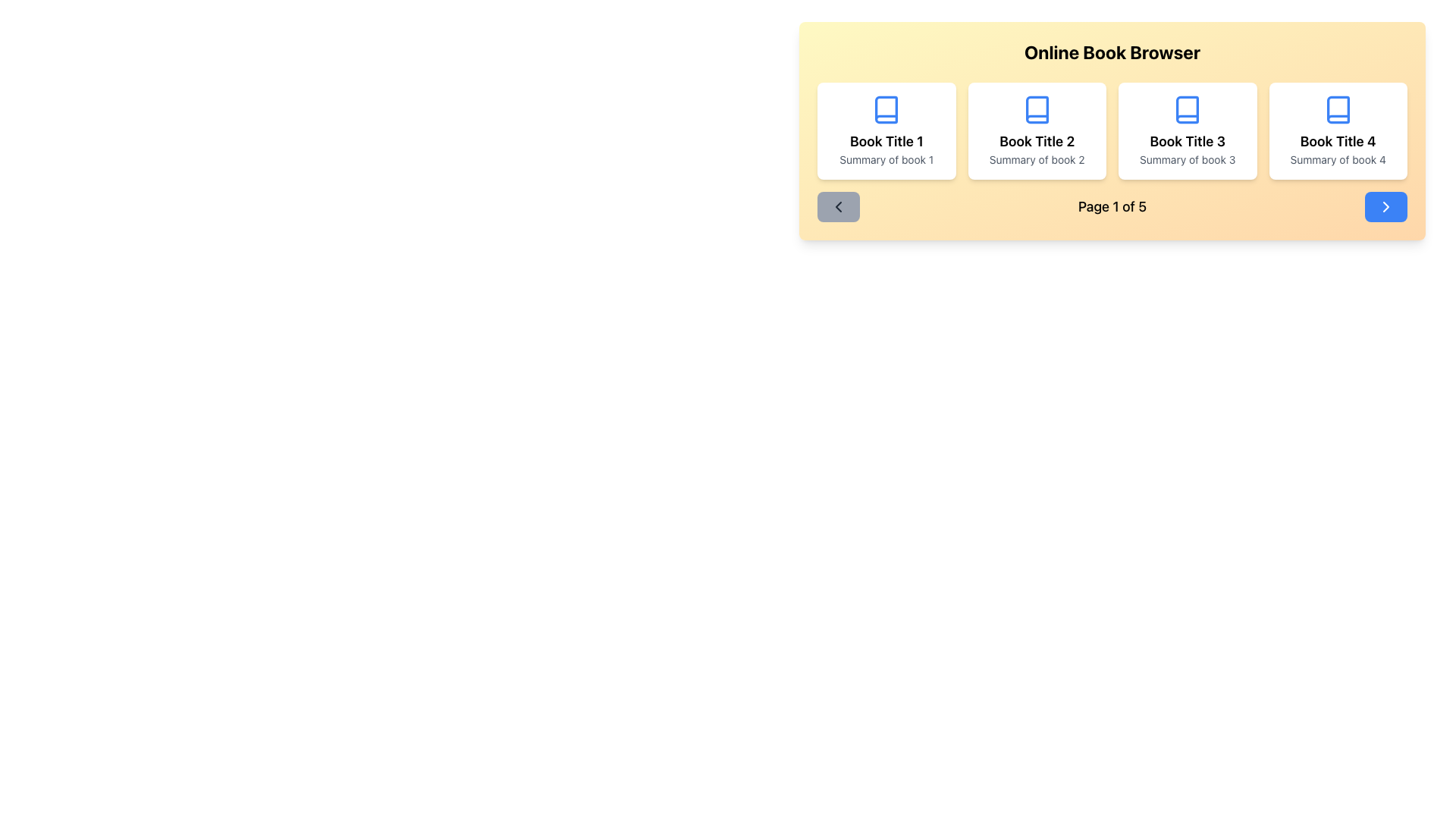 The image size is (1456, 819). What do you see at coordinates (1338, 141) in the screenshot?
I see `the text label that denotes the title of a specific book located at the center of the fourth card in the Online Book Browser interface` at bounding box center [1338, 141].